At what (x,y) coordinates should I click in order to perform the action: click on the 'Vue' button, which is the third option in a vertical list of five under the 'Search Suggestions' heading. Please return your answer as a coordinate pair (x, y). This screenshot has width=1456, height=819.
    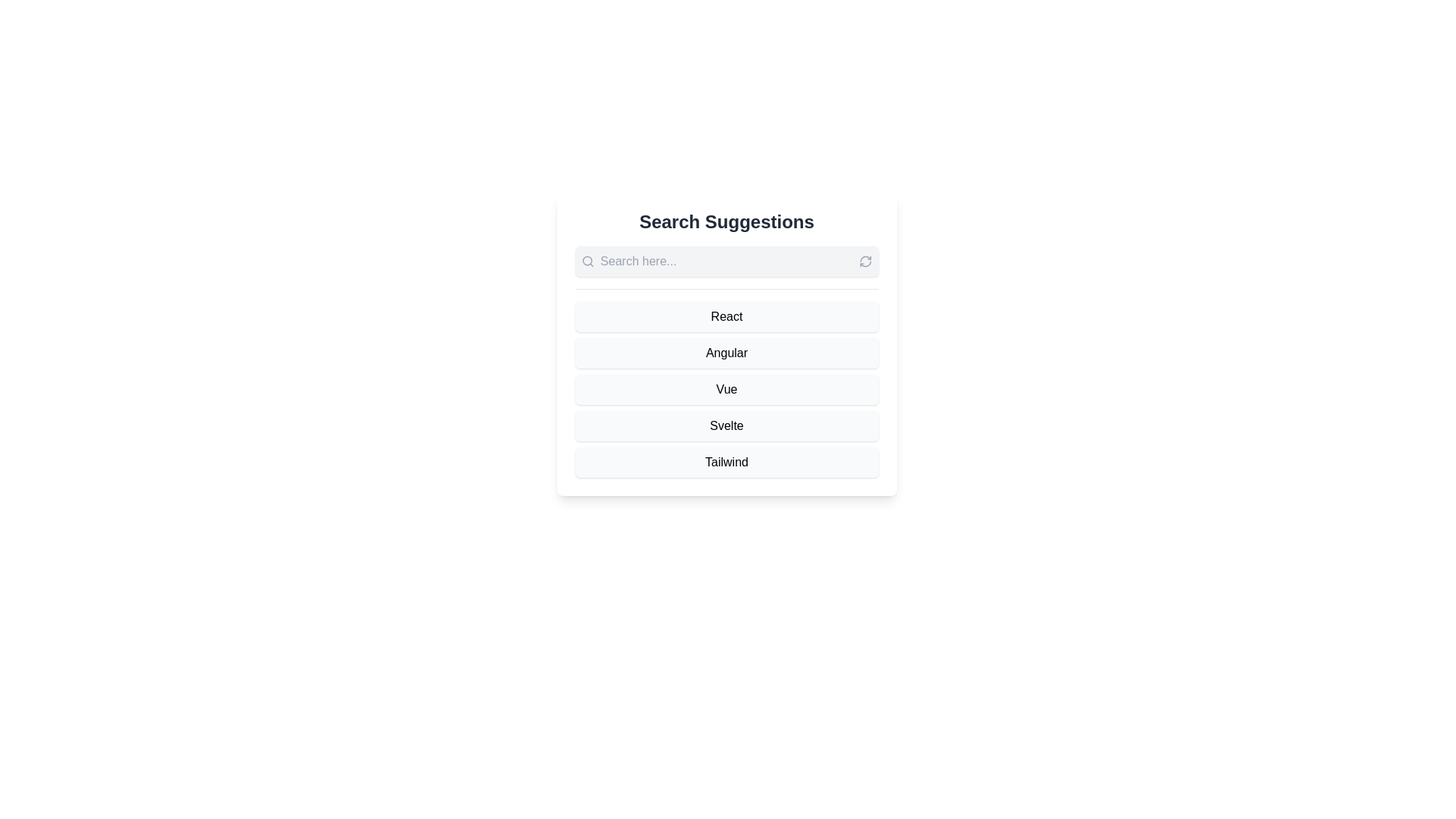
    Looking at the image, I should click on (726, 388).